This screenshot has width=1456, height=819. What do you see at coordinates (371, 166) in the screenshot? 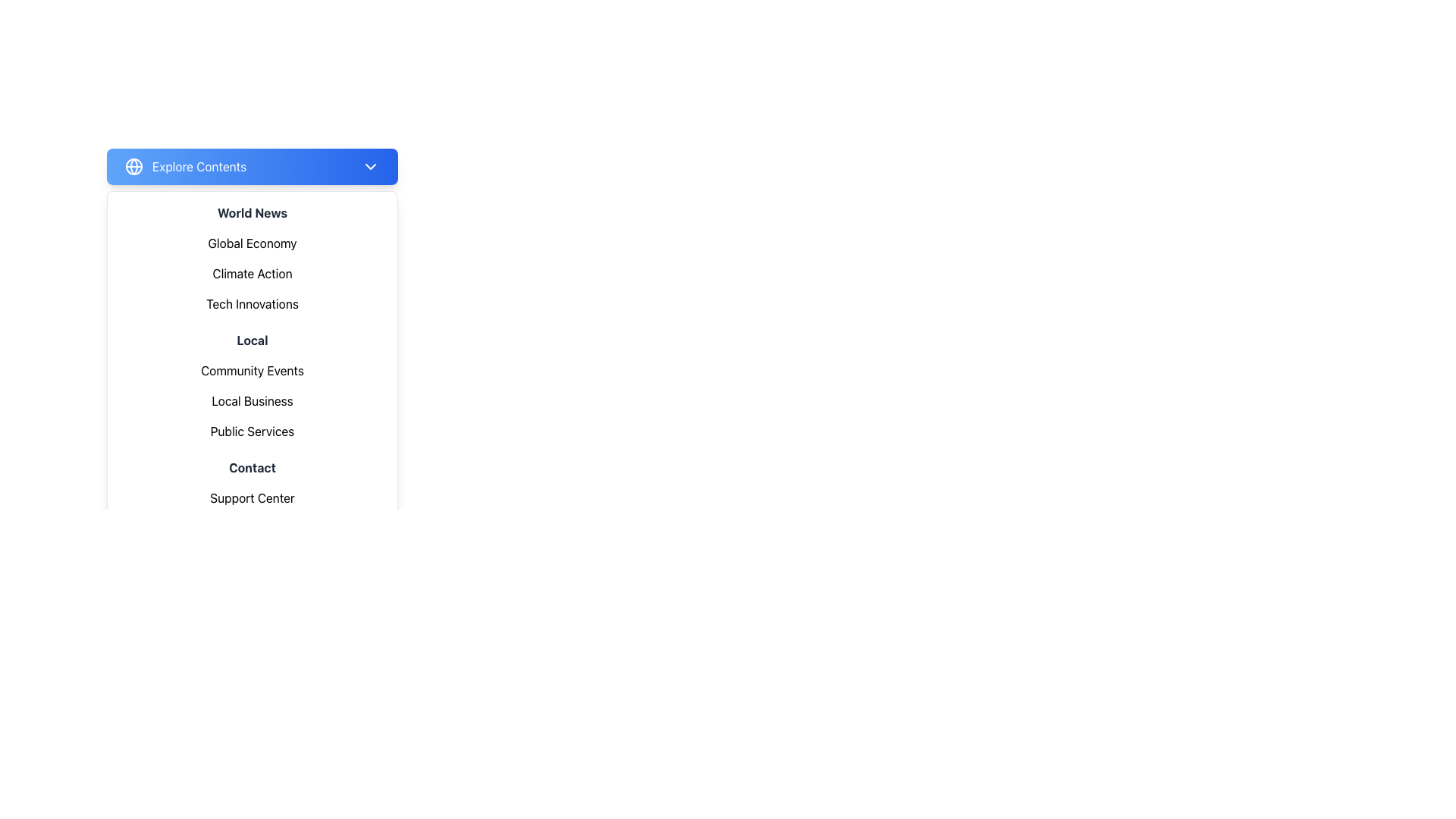
I see `the downward-facing chevron icon located at the far right end of the blue button labeled 'Explore Contents'` at bounding box center [371, 166].